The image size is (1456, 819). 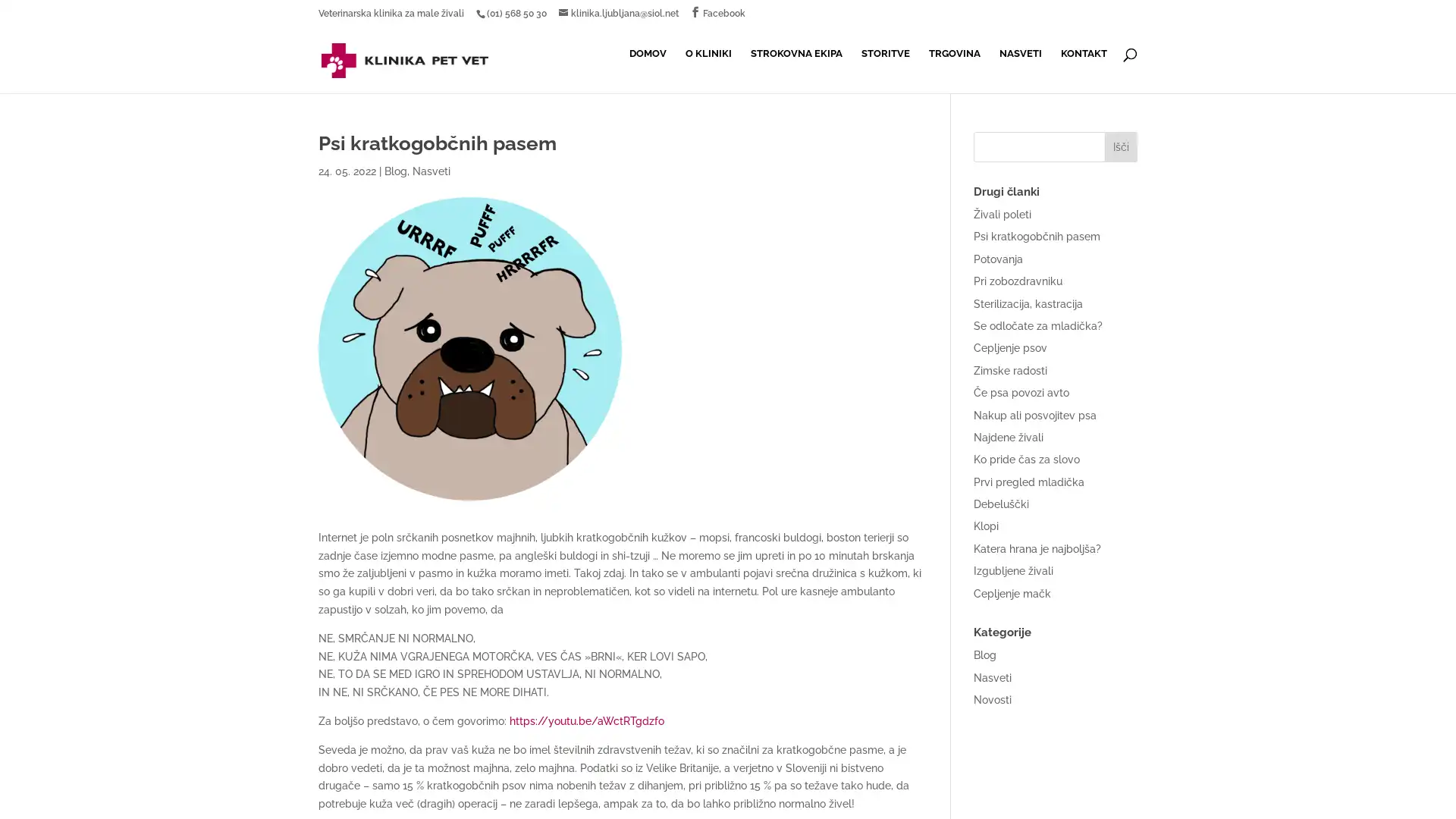 I want to click on Isci, so click(x=1121, y=155).